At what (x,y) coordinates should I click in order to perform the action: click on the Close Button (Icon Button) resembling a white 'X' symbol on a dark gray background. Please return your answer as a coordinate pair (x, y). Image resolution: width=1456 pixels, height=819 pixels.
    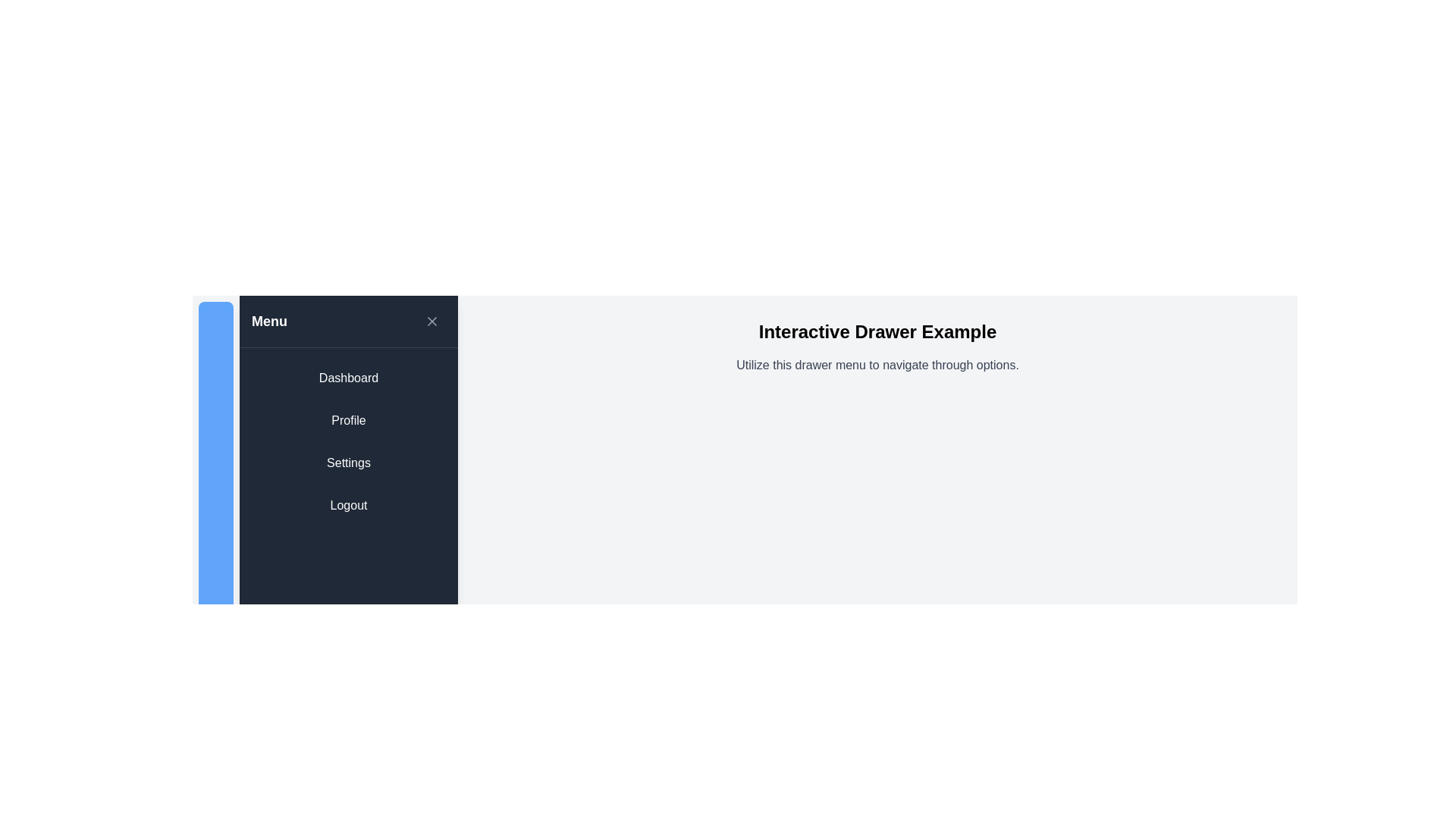
    Looking at the image, I should click on (431, 321).